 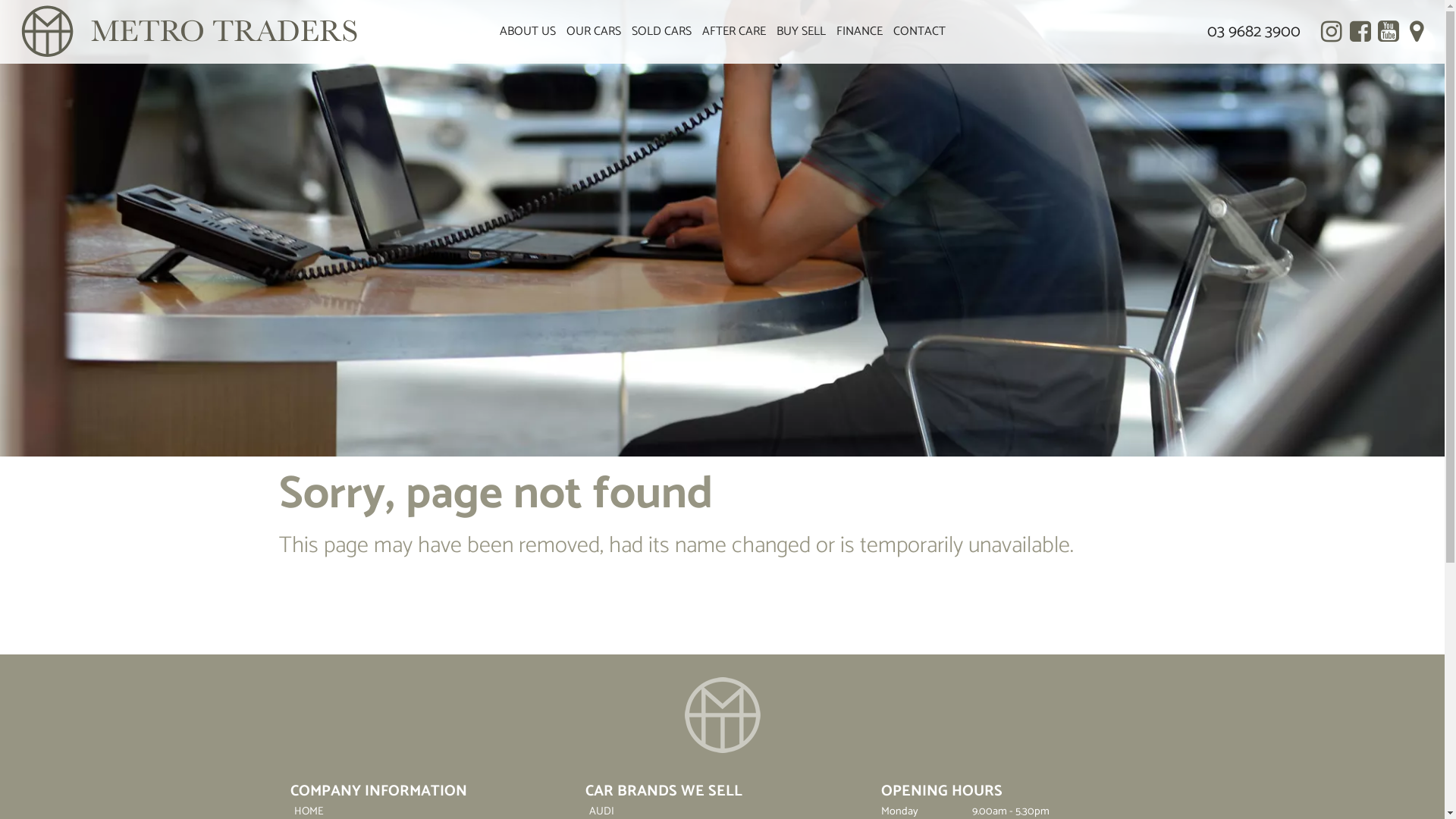 I want to click on 'CONTACT', so click(x=918, y=32).